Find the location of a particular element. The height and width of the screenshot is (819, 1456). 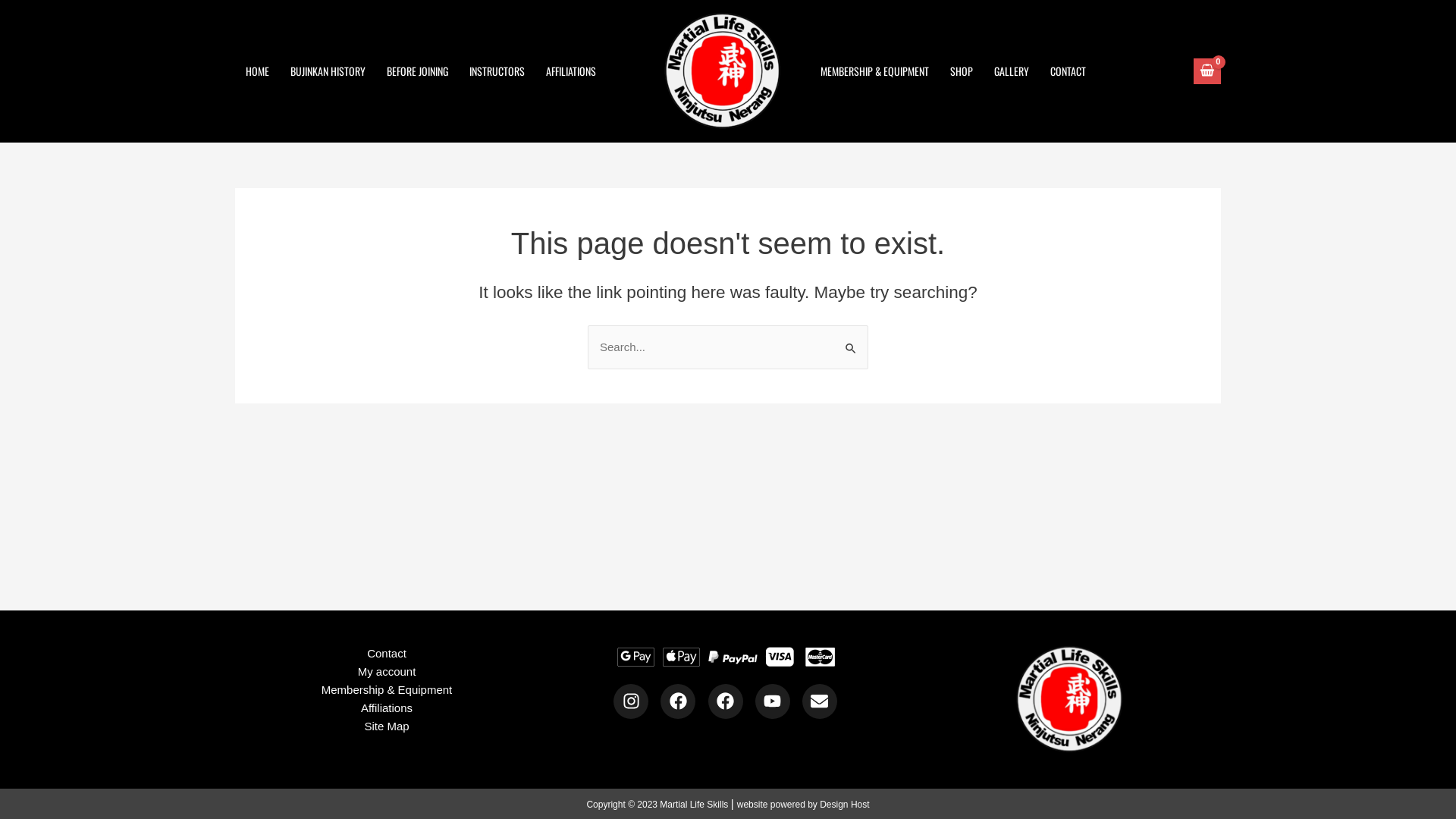

'Search' is located at coordinates (833, 339).